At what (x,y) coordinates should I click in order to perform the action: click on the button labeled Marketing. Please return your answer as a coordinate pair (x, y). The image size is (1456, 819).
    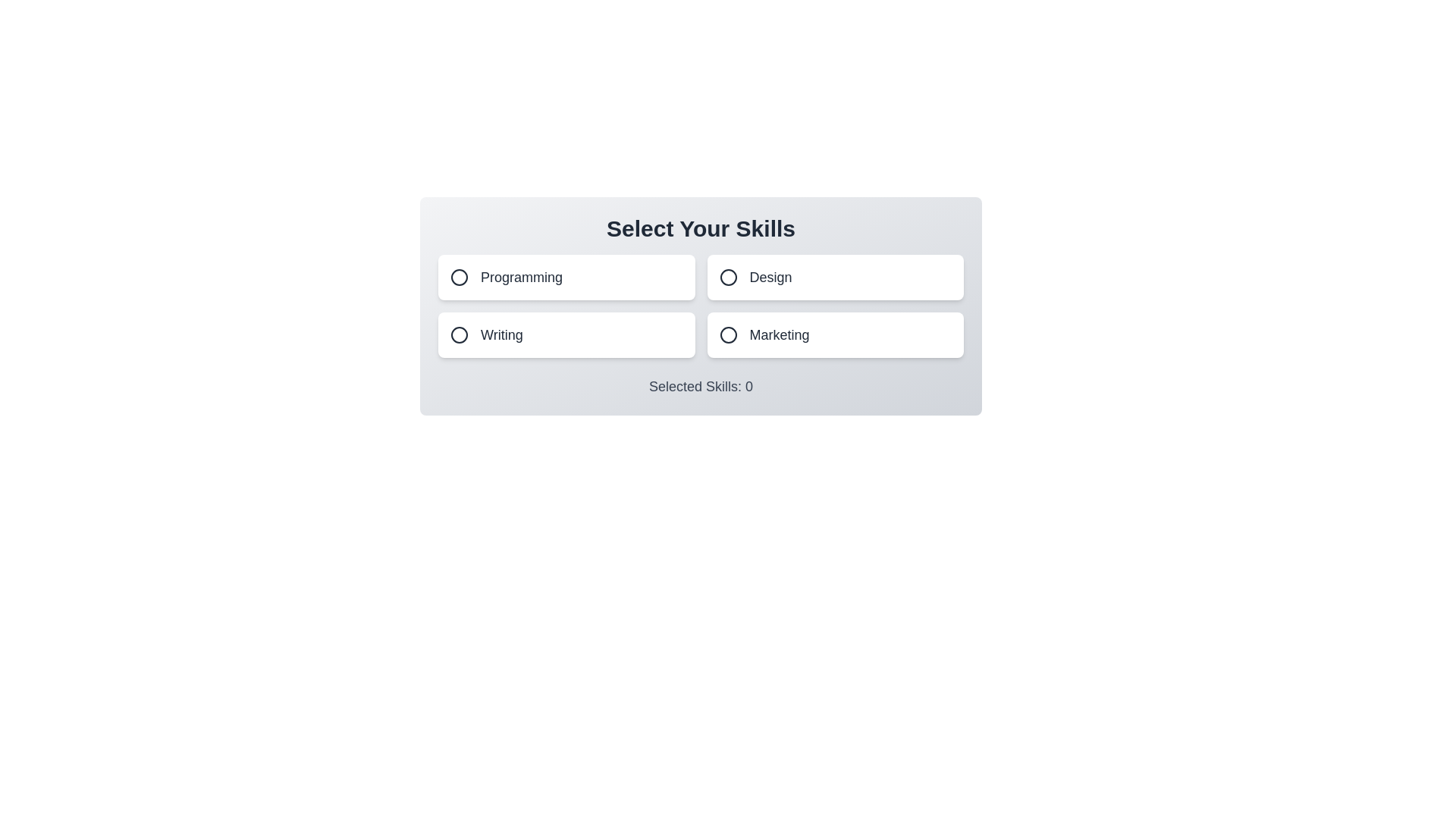
    Looking at the image, I should click on (834, 334).